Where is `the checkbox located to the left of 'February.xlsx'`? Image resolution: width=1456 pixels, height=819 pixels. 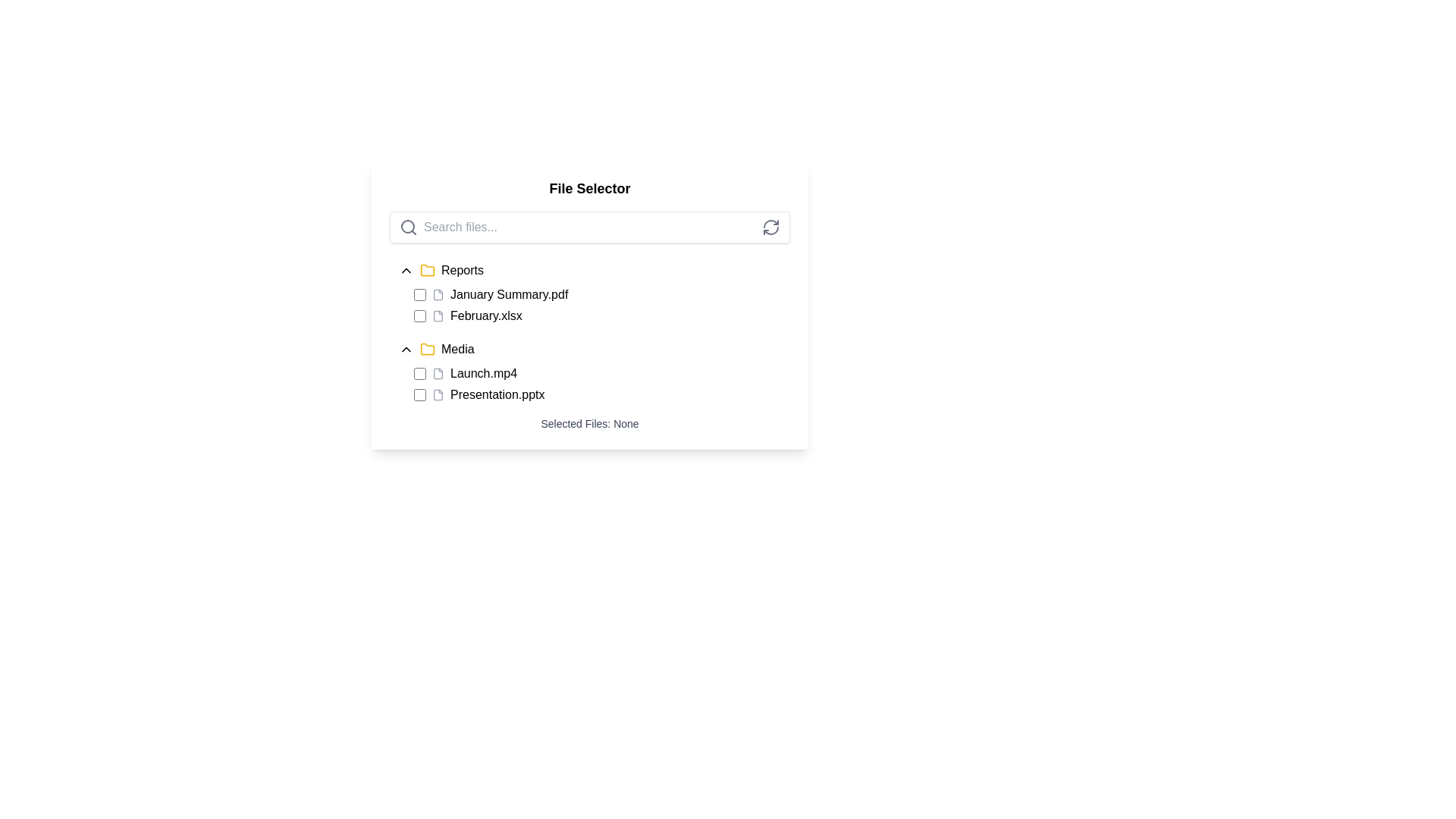
the checkbox located to the left of 'February.xlsx' is located at coordinates (419, 315).